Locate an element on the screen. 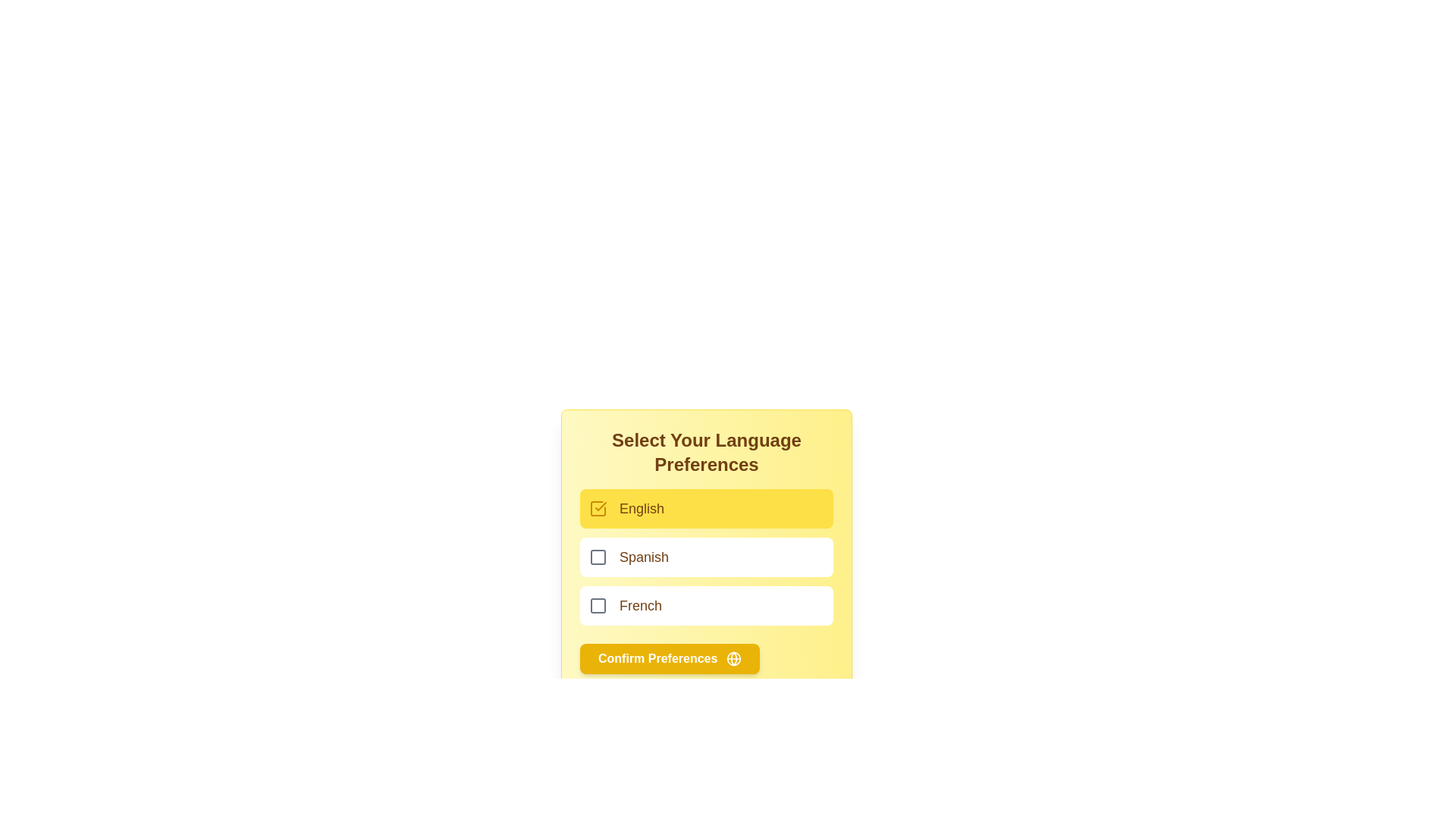 The image size is (1456, 819). the checkbox labeled 'French' which is the third item in a vertical list of language selection preferences within a yellow-themed modal is located at coordinates (705, 604).